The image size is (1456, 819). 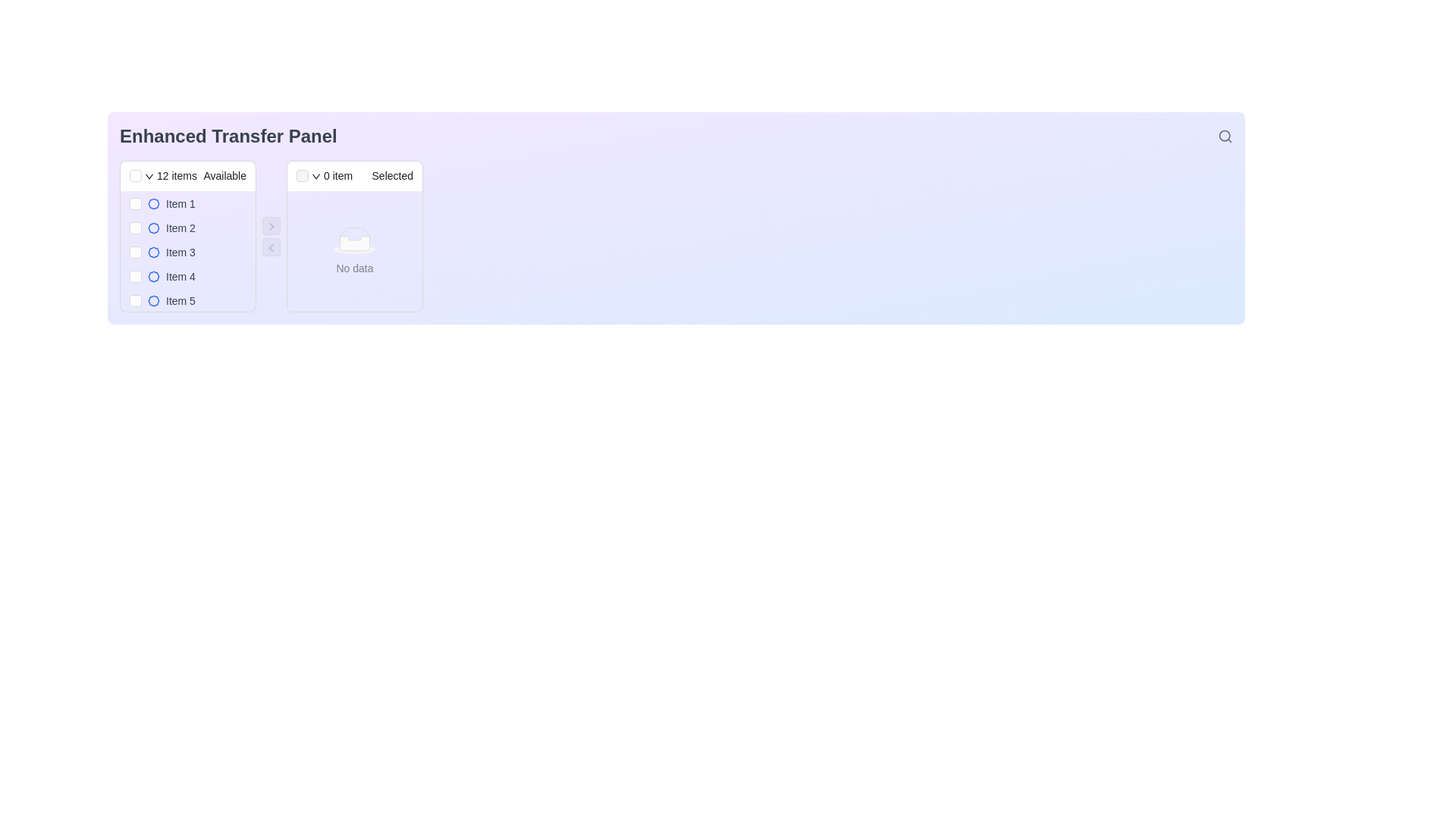 I want to click on the circular badge with a blue outline located to the left of 'Item 3' in the list, so click(x=153, y=251).